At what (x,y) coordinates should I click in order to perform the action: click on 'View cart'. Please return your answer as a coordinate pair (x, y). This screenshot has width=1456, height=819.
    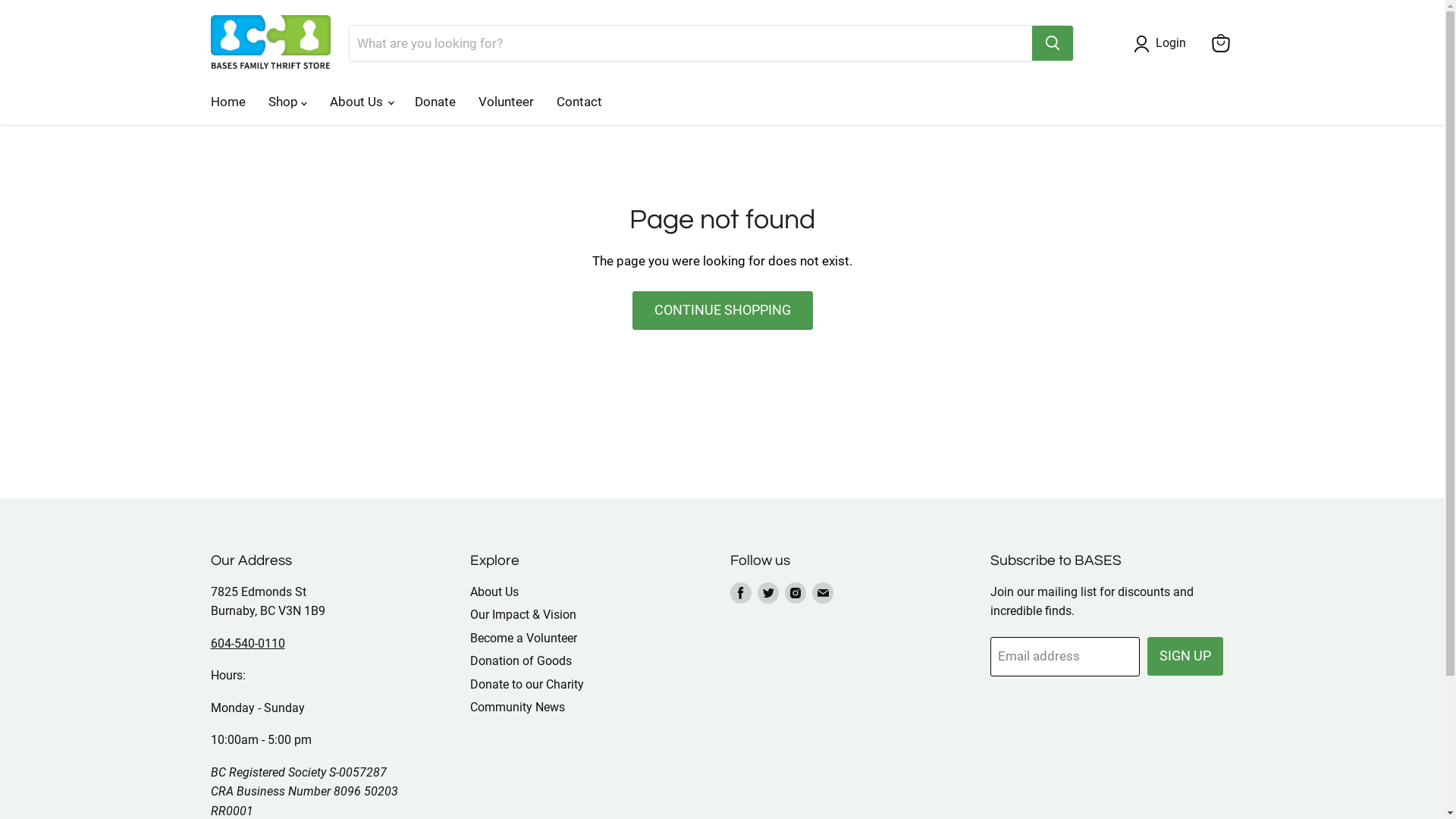
    Looking at the image, I should click on (1203, 42).